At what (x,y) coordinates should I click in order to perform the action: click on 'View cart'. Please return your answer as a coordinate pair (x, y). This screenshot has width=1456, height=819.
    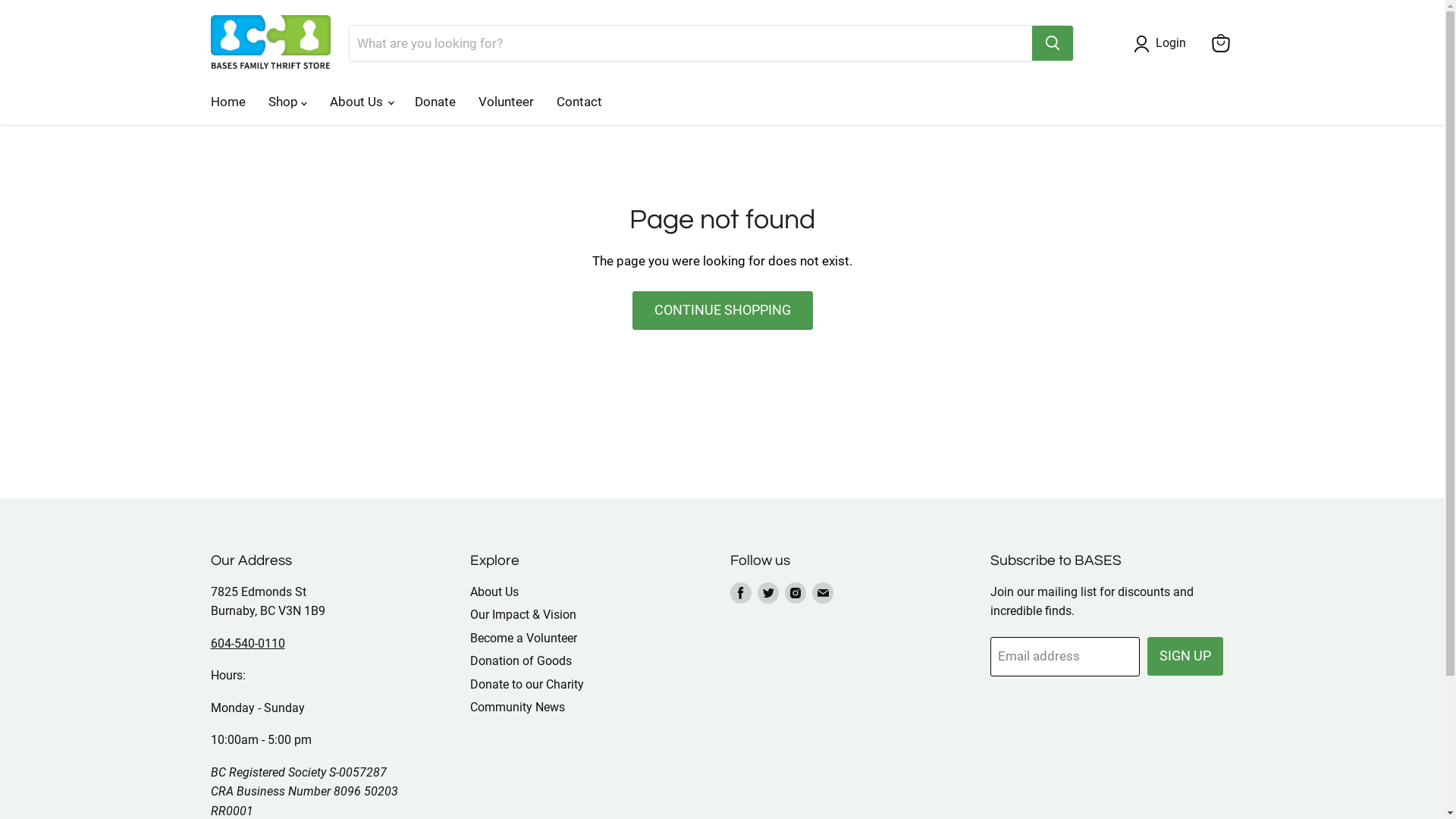
    Looking at the image, I should click on (1203, 42).